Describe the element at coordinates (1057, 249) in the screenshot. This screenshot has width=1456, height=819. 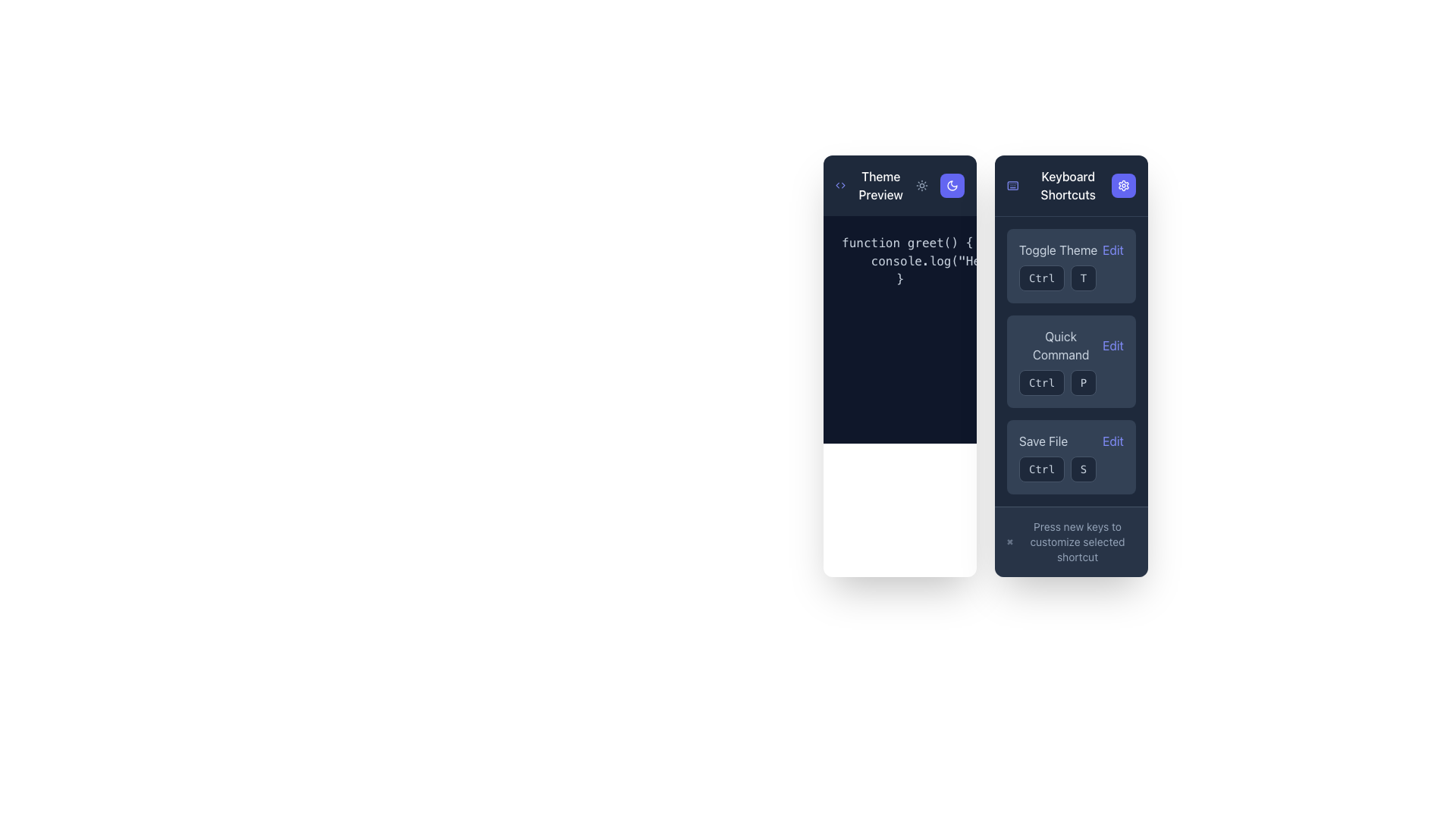
I see `the label that describes the functionality for toggling between themes, located in the topmost section of the 'Keyboard Shortcuts' sidebar, left-aligned and preceding the 'Edit' button` at that location.